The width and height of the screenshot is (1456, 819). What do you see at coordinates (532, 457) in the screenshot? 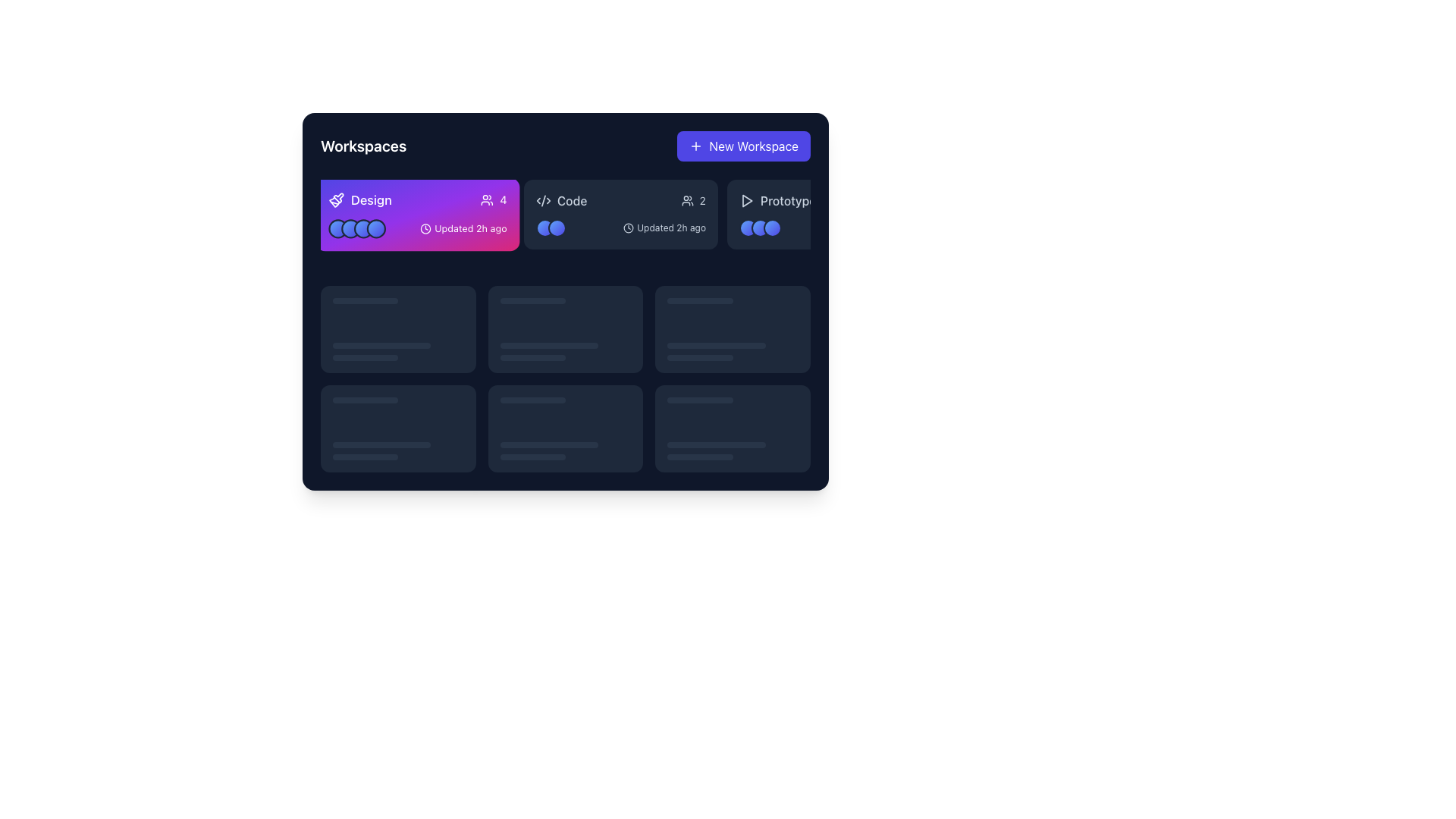
I see `the progress indicator located in the bottom-right region of the grid, which serves as a visual placeholder for loading states` at bounding box center [532, 457].